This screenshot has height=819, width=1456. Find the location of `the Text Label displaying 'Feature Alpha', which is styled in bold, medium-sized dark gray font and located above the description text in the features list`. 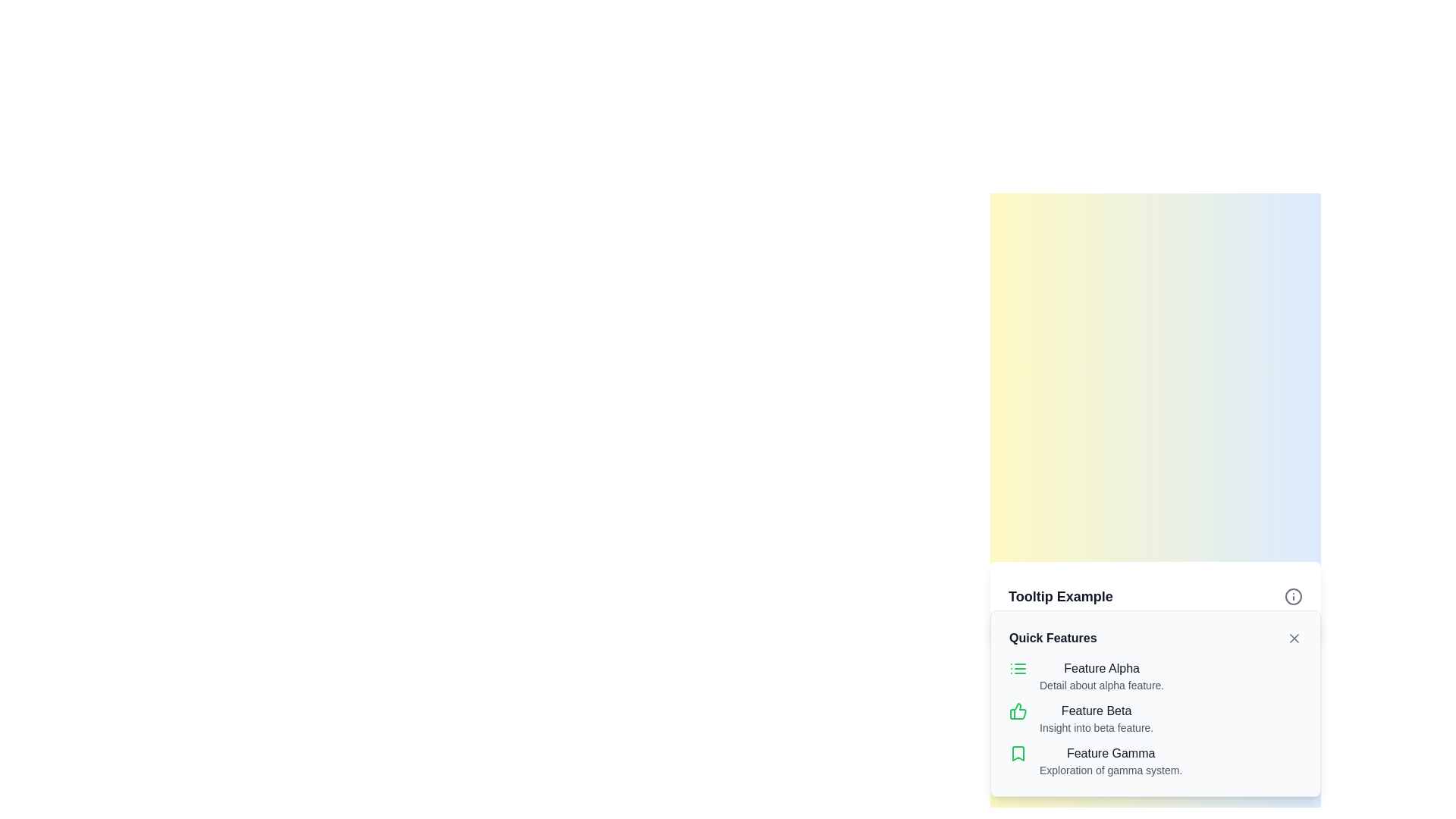

the Text Label displaying 'Feature Alpha', which is styled in bold, medium-sized dark gray font and located above the description text in the features list is located at coordinates (1102, 668).